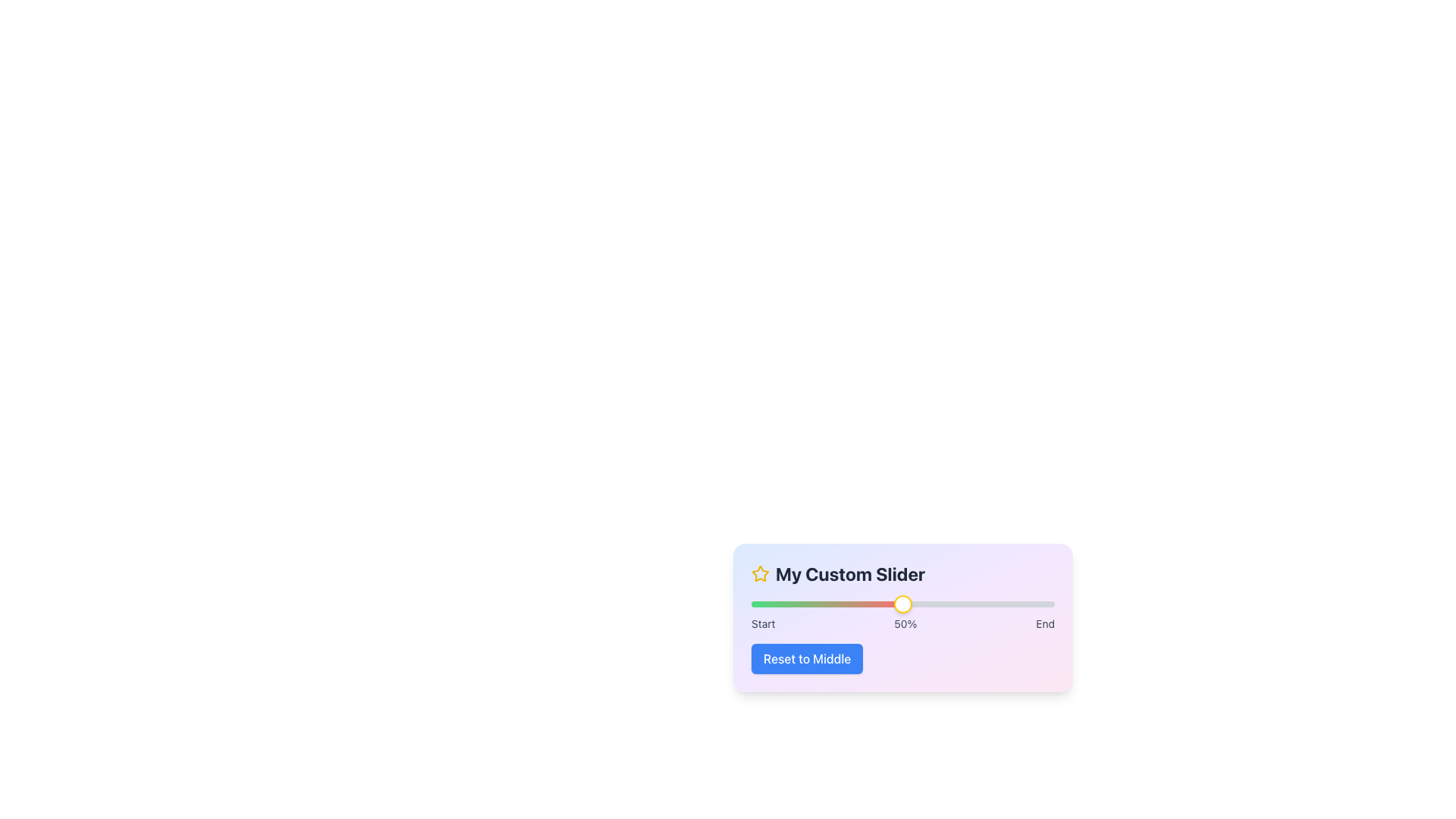 Image resolution: width=1456 pixels, height=819 pixels. What do you see at coordinates (886, 604) in the screenshot?
I see `the slider` at bounding box center [886, 604].